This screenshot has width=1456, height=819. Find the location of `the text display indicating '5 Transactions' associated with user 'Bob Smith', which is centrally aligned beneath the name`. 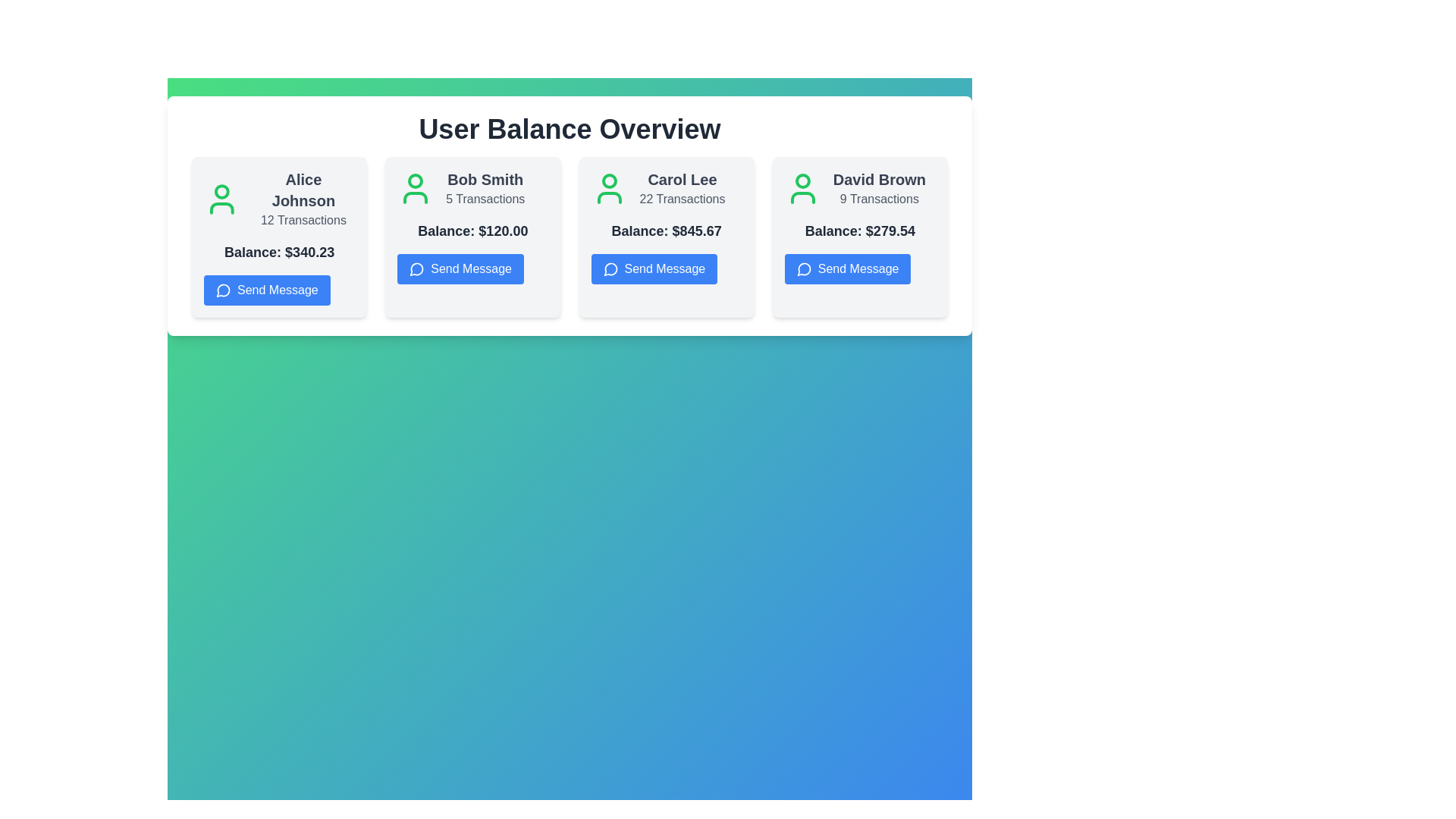

the text display indicating '5 Transactions' associated with user 'Bob Smith', which is centrally aligned beneath the name is located at coordinates (485, 198).